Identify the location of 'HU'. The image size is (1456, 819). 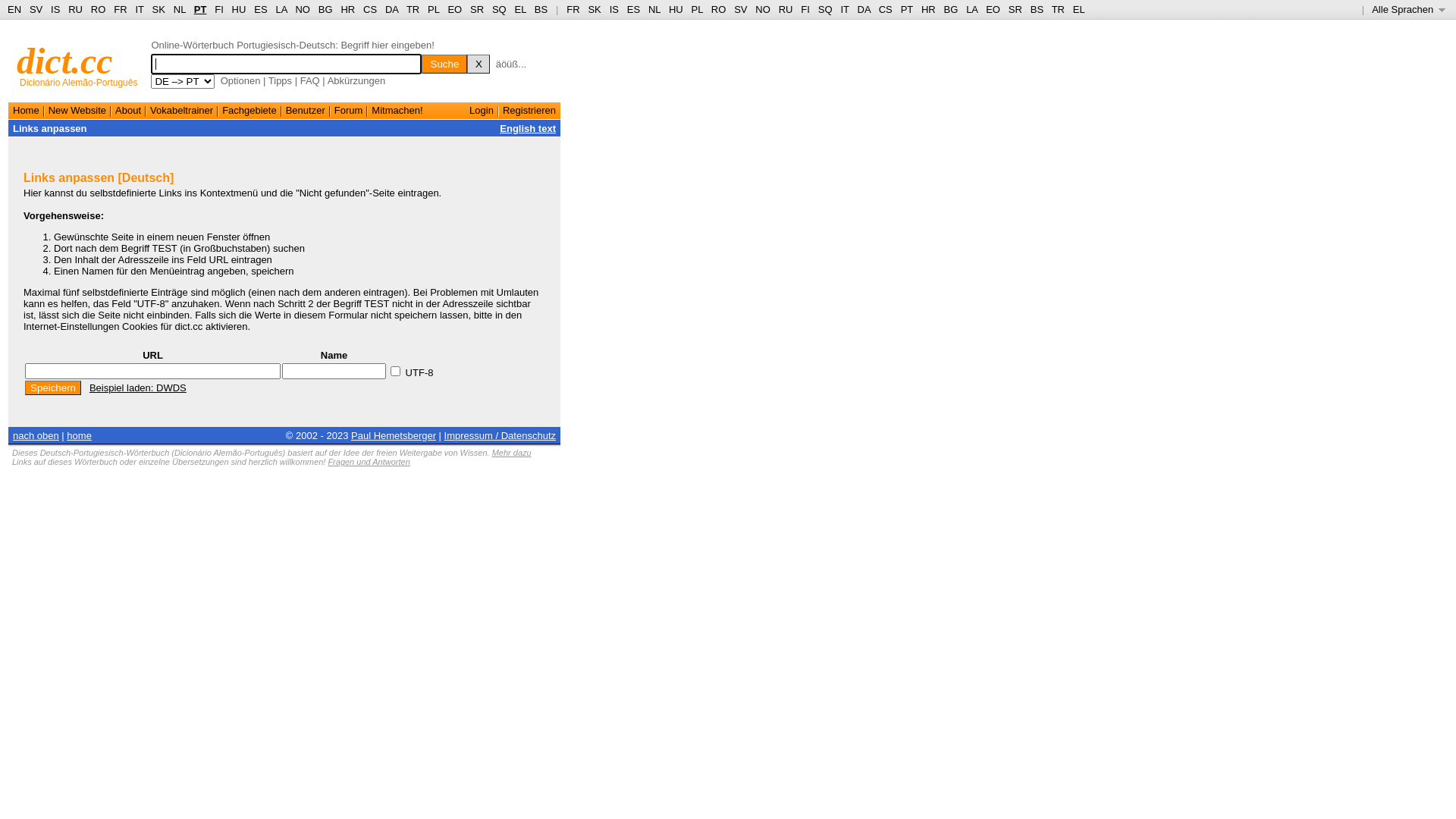
(238, 9).